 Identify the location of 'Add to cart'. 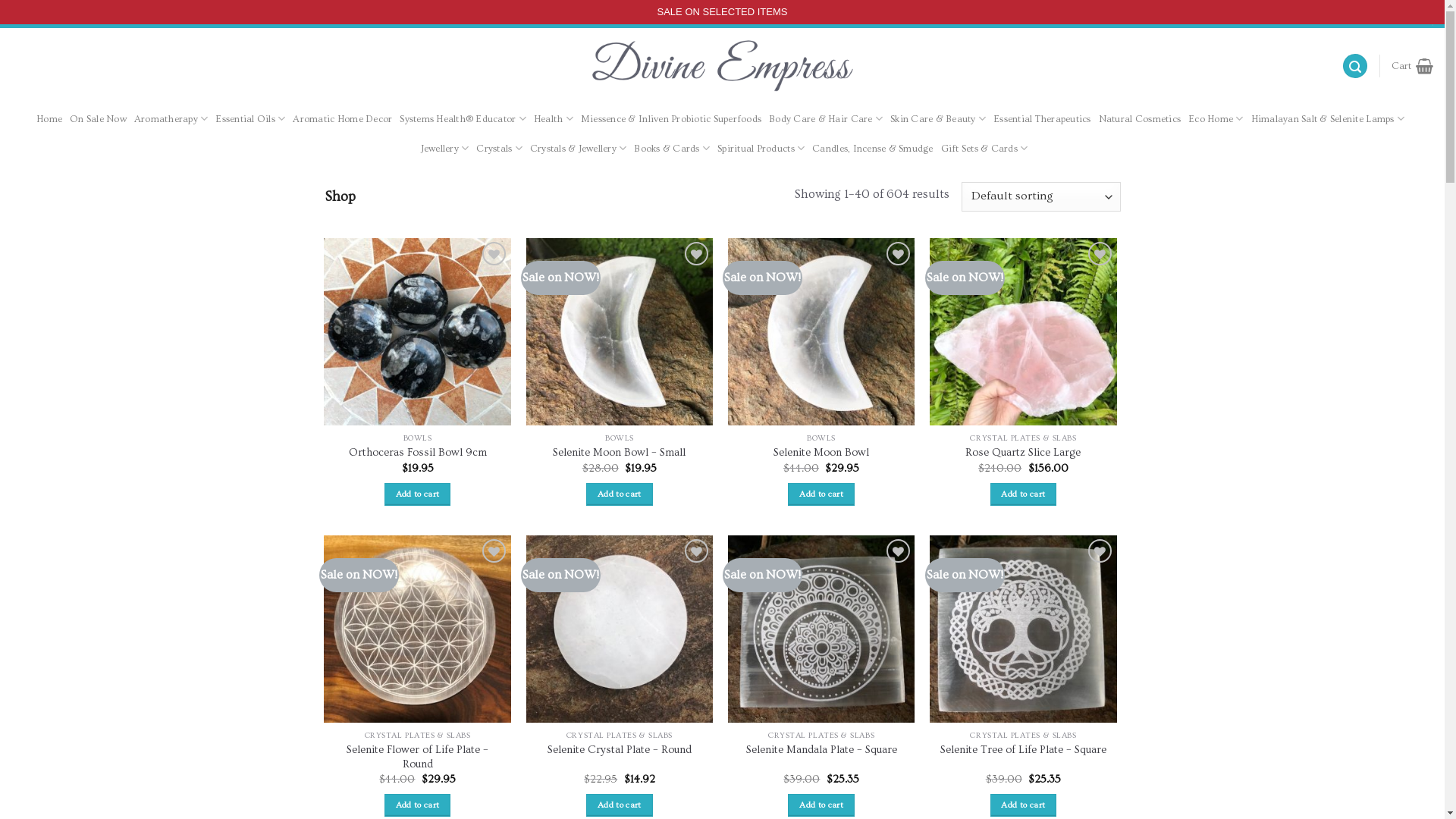
(417, 494).